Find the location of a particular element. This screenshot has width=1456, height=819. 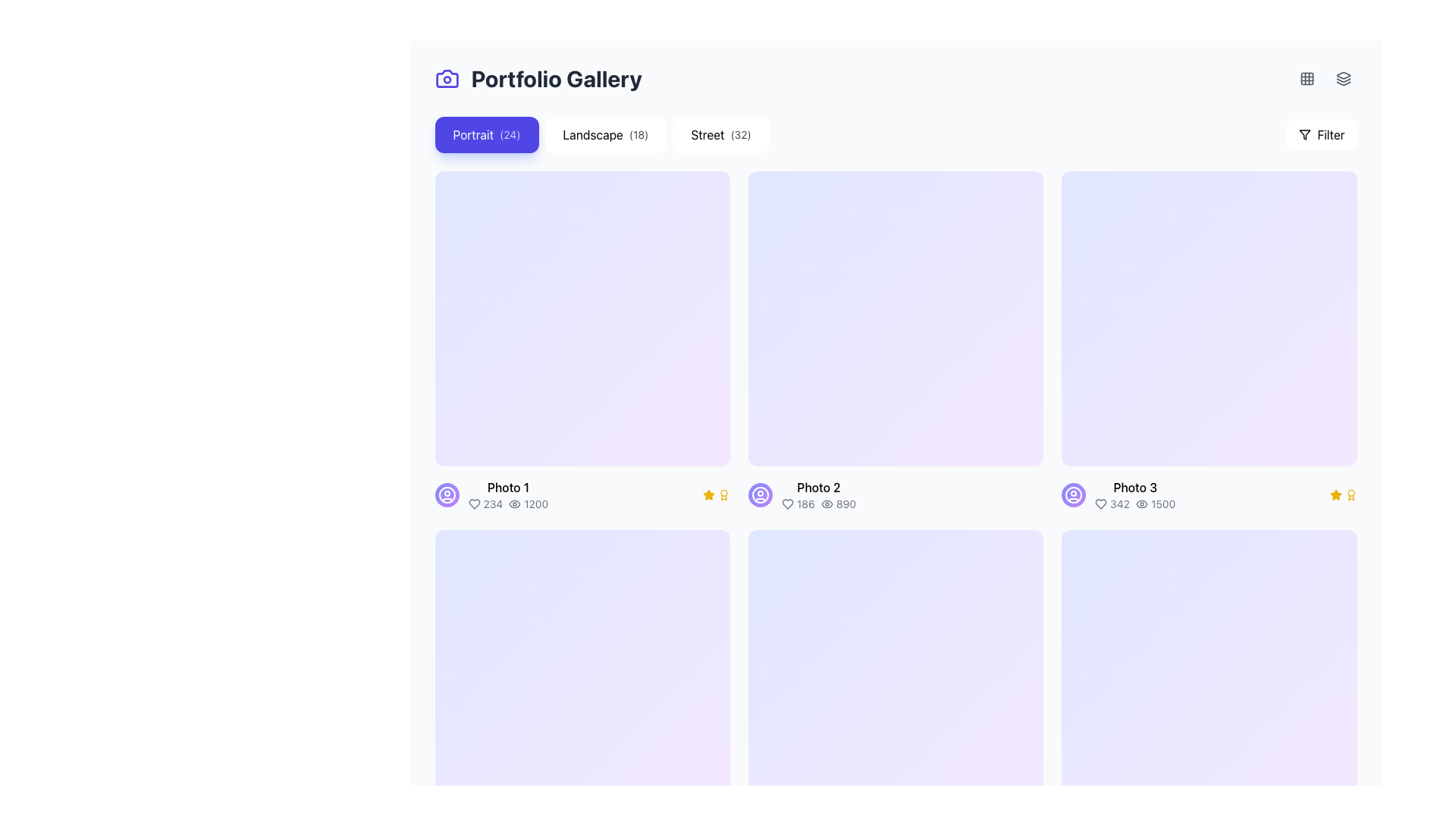

the text label displaying the number '(24)' next to the label 'Portrait' within the rounded button for reference is located at coordinates (510, 133).